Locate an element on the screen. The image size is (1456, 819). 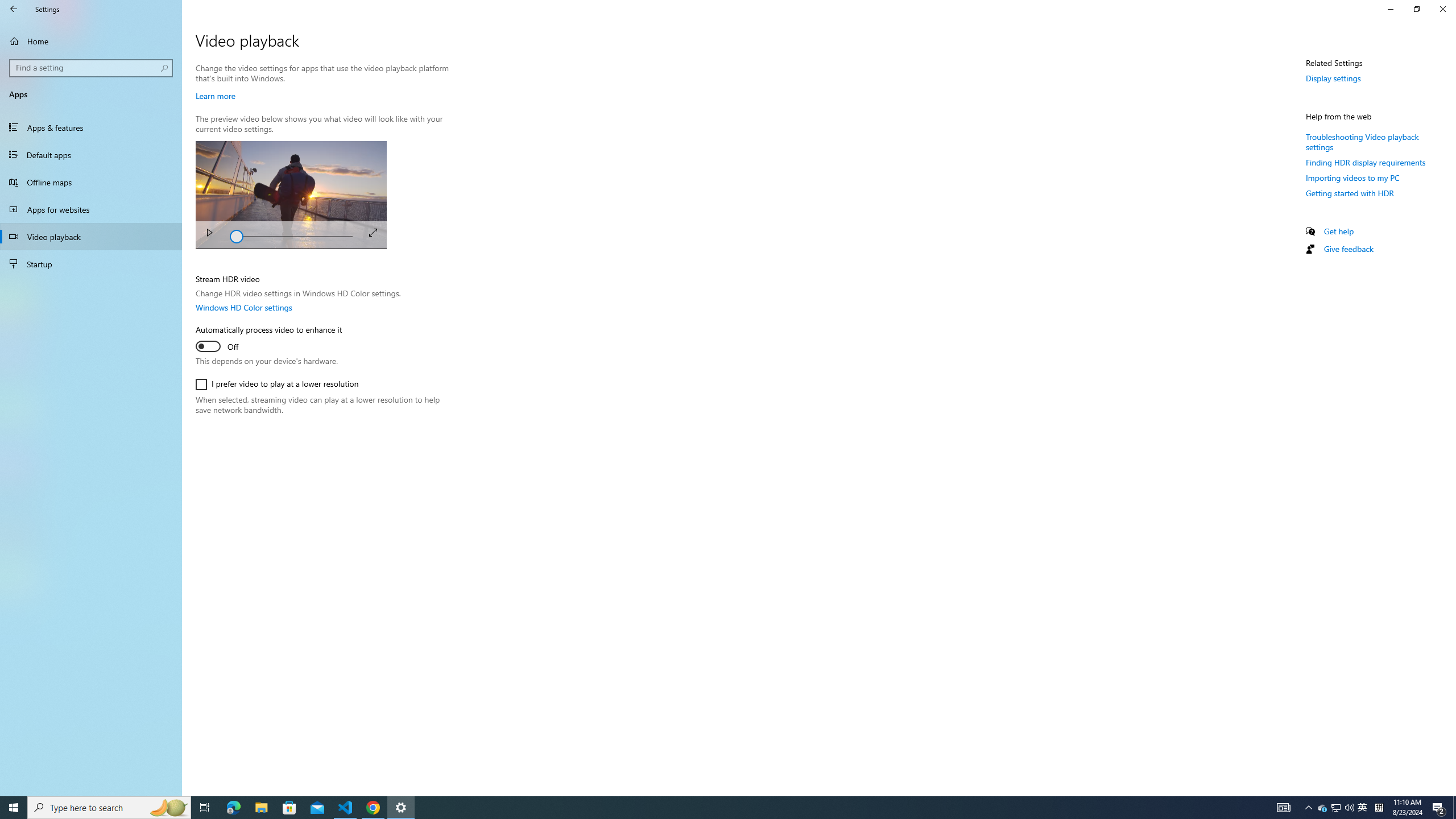
'Video playback' is located at coordinates (90, 236).